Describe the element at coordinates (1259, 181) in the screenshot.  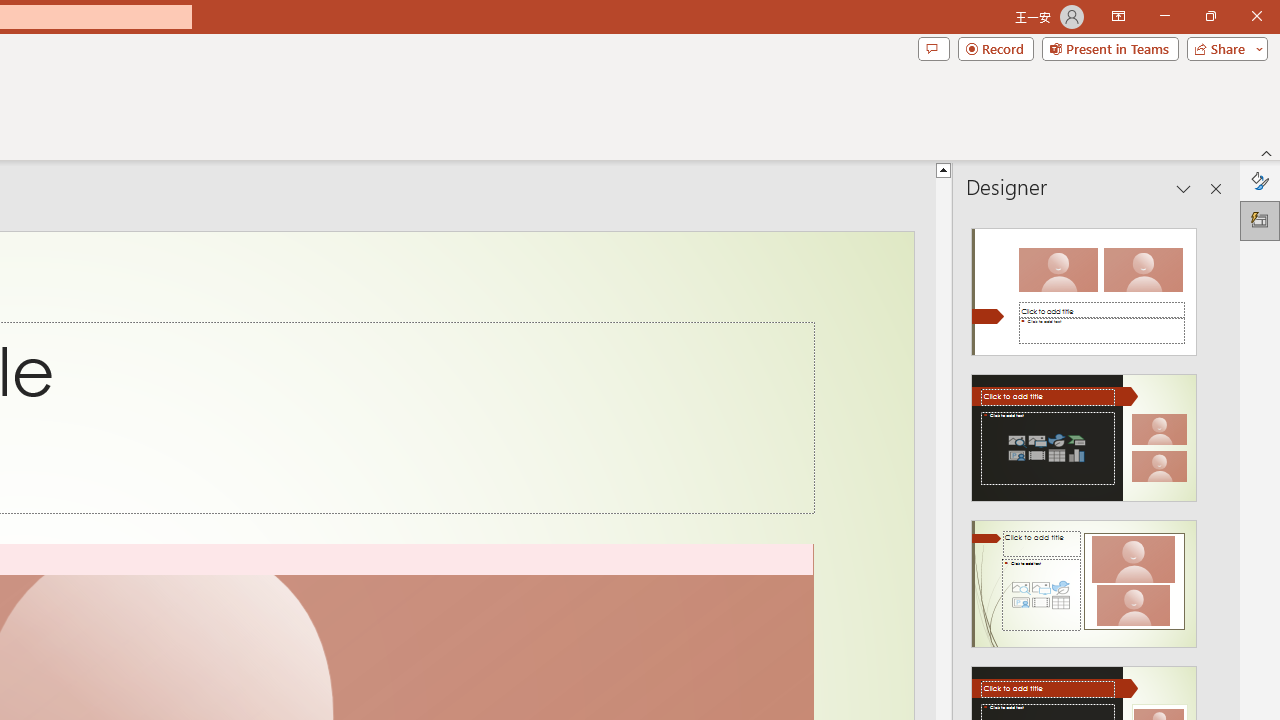
I see `'Format Background'` at that location.